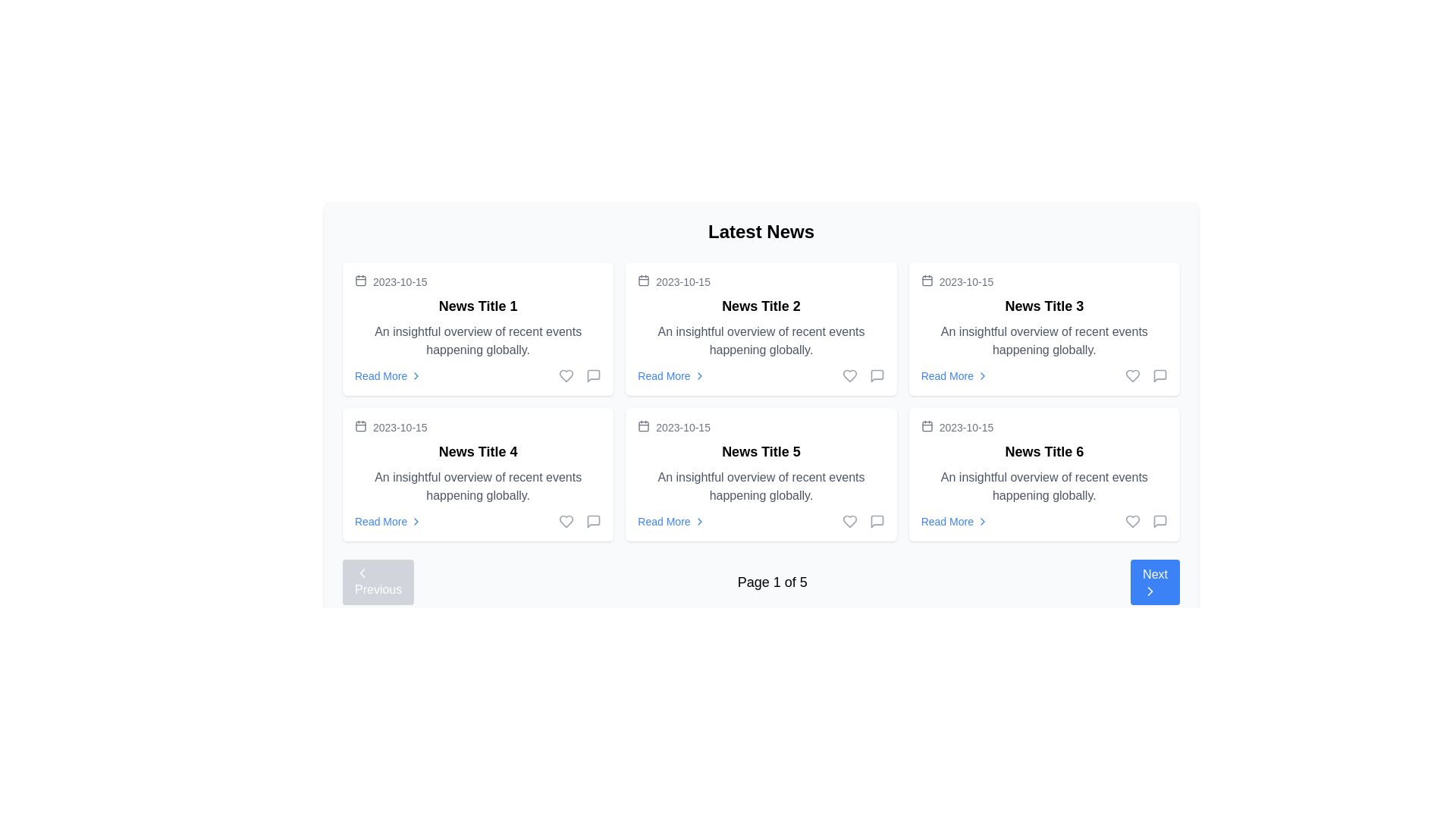 The image size is (1456, 819). What do you see at coordinates (983, 520) in the screenshot?
I see `the chevron icon used for navigation within the 'Read More' button located in the bottom-right corner of the 'News Title 6' card` at bounding box center [983, 520].